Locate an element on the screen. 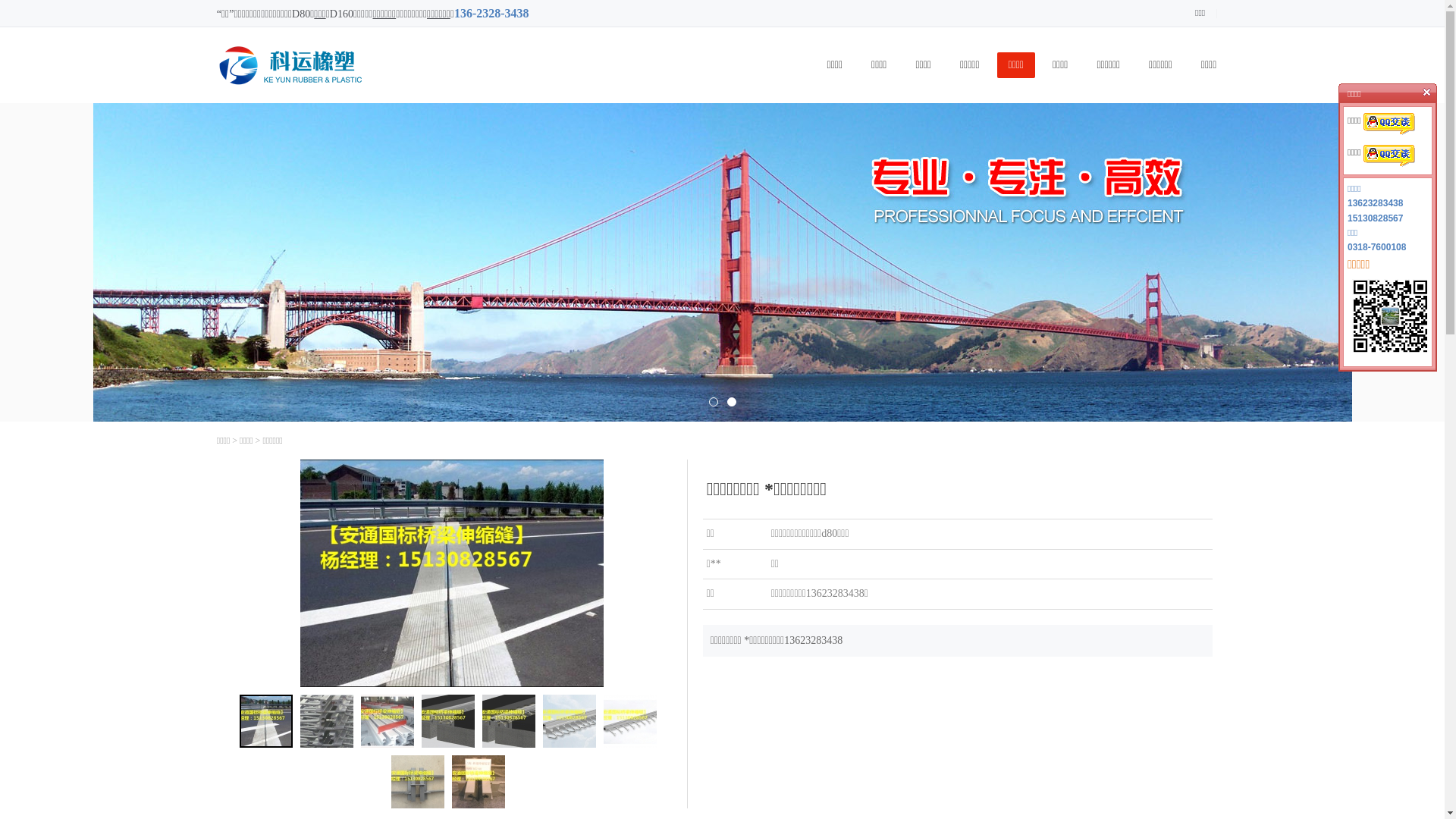 The width and height of the screenshot is (1456, 819). '1' is located at coordinates (712, 400).